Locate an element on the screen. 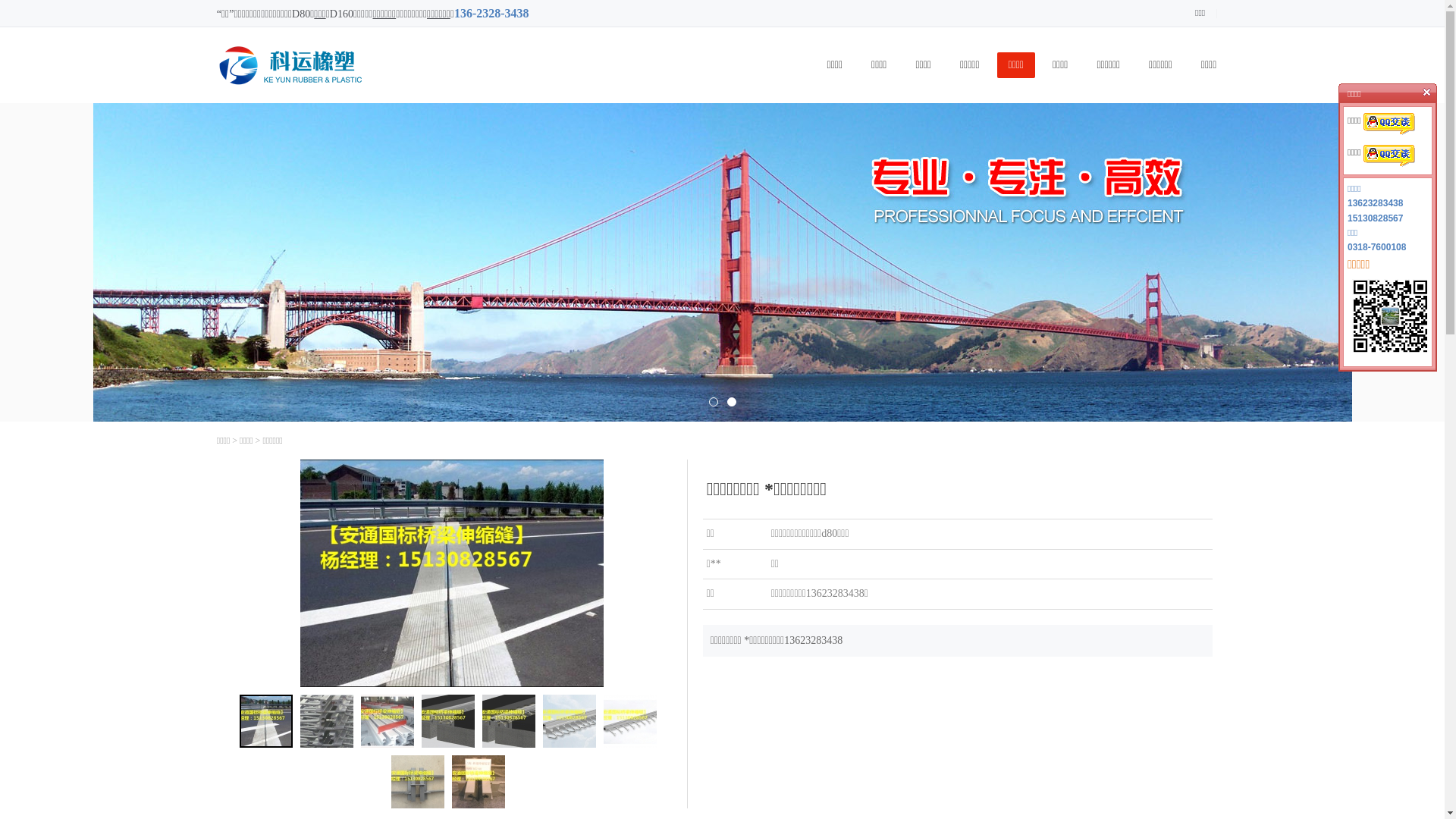 The width and height of the screenshot is (1456, 819). '1' is located at coordinates (712, 400).